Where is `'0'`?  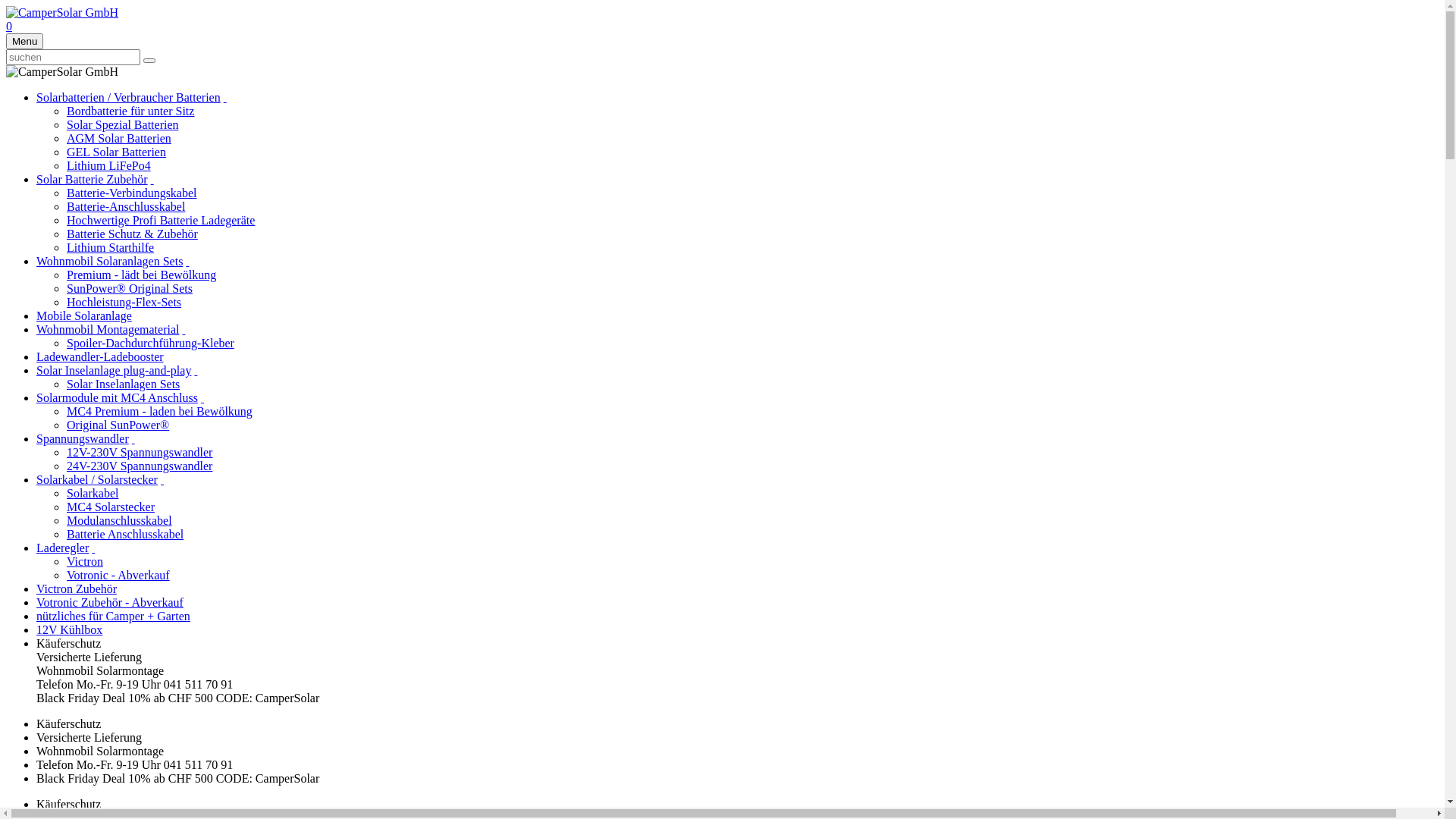 '0' is located at coordinates (9, 26).